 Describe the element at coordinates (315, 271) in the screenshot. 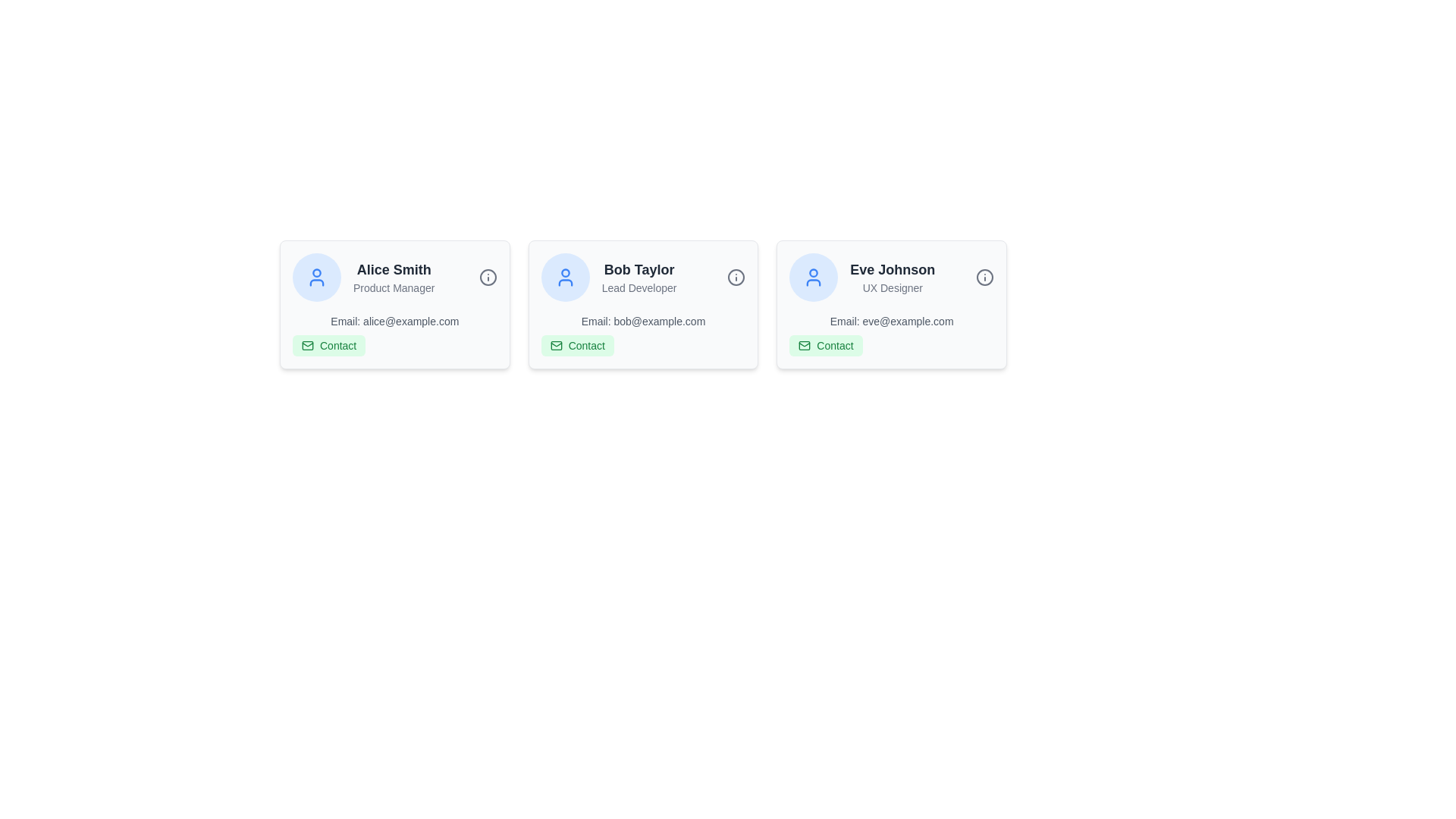

I see `the decorative circular component of the profile icon for 'Alice Smith', the Product Manager, located above the semi-circular shape` at that location.